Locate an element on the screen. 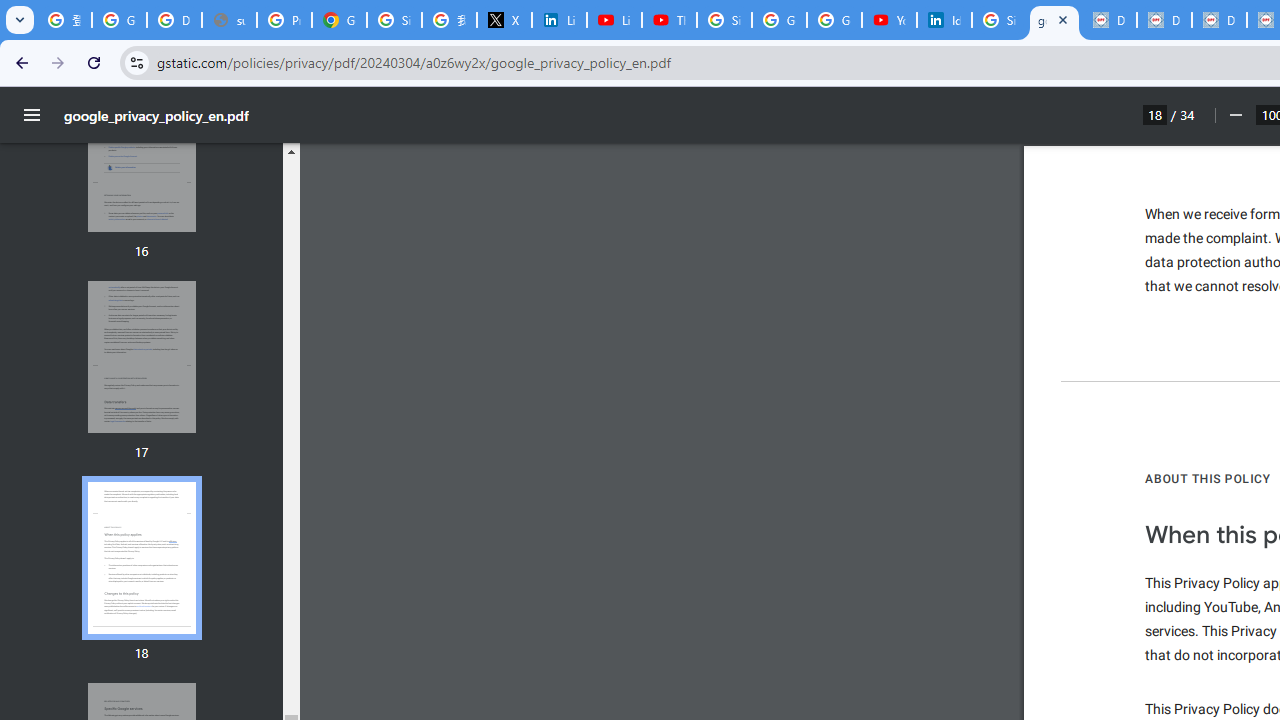 This screenshot has width=1280, height=720. 'google_privacy_policy_en.pdf' is located at coordinates (1053, 20).